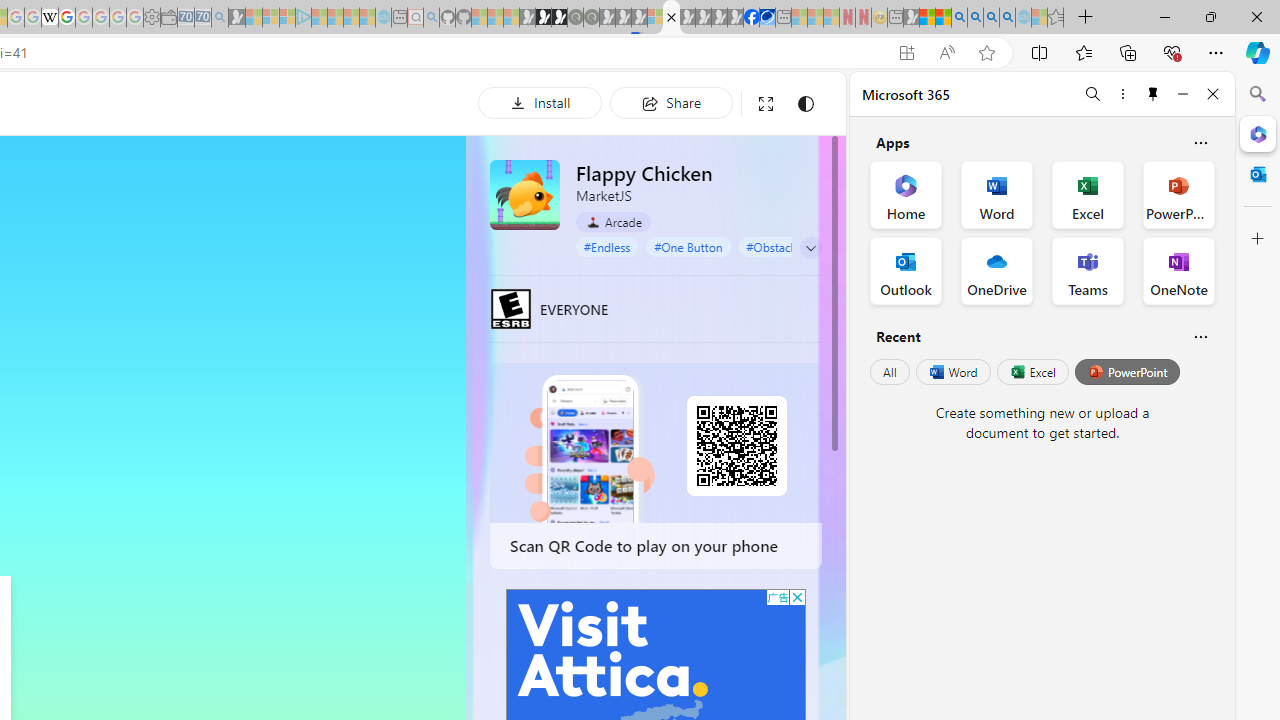 Image resolution: width=1280 pixels, height=720 pixels. I want to click on 'MSN - Sleeping', so click(910, 17).